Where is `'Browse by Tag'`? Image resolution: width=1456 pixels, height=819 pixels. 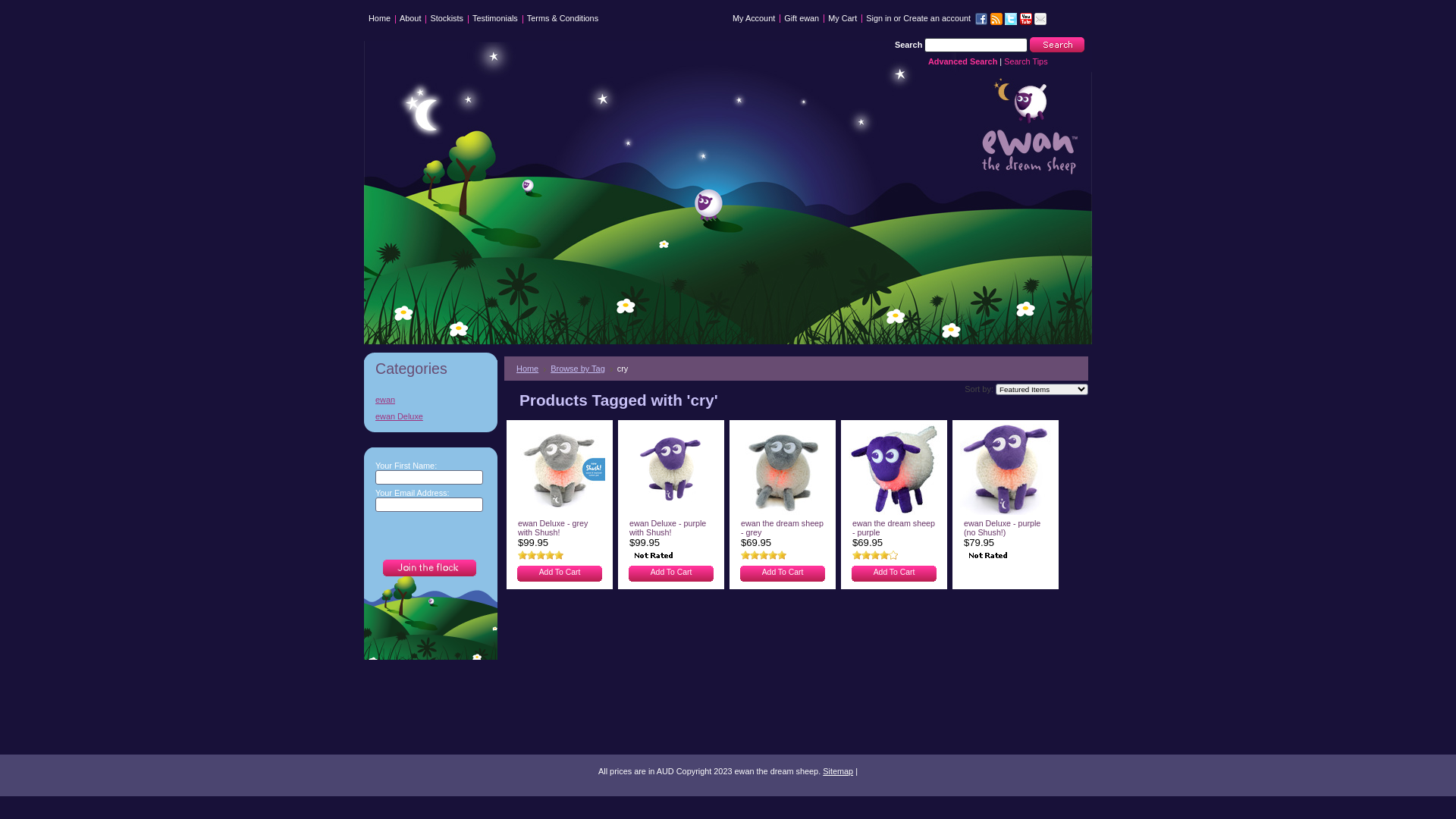 'Browse by Tag' is located at coordinates (581, 369).